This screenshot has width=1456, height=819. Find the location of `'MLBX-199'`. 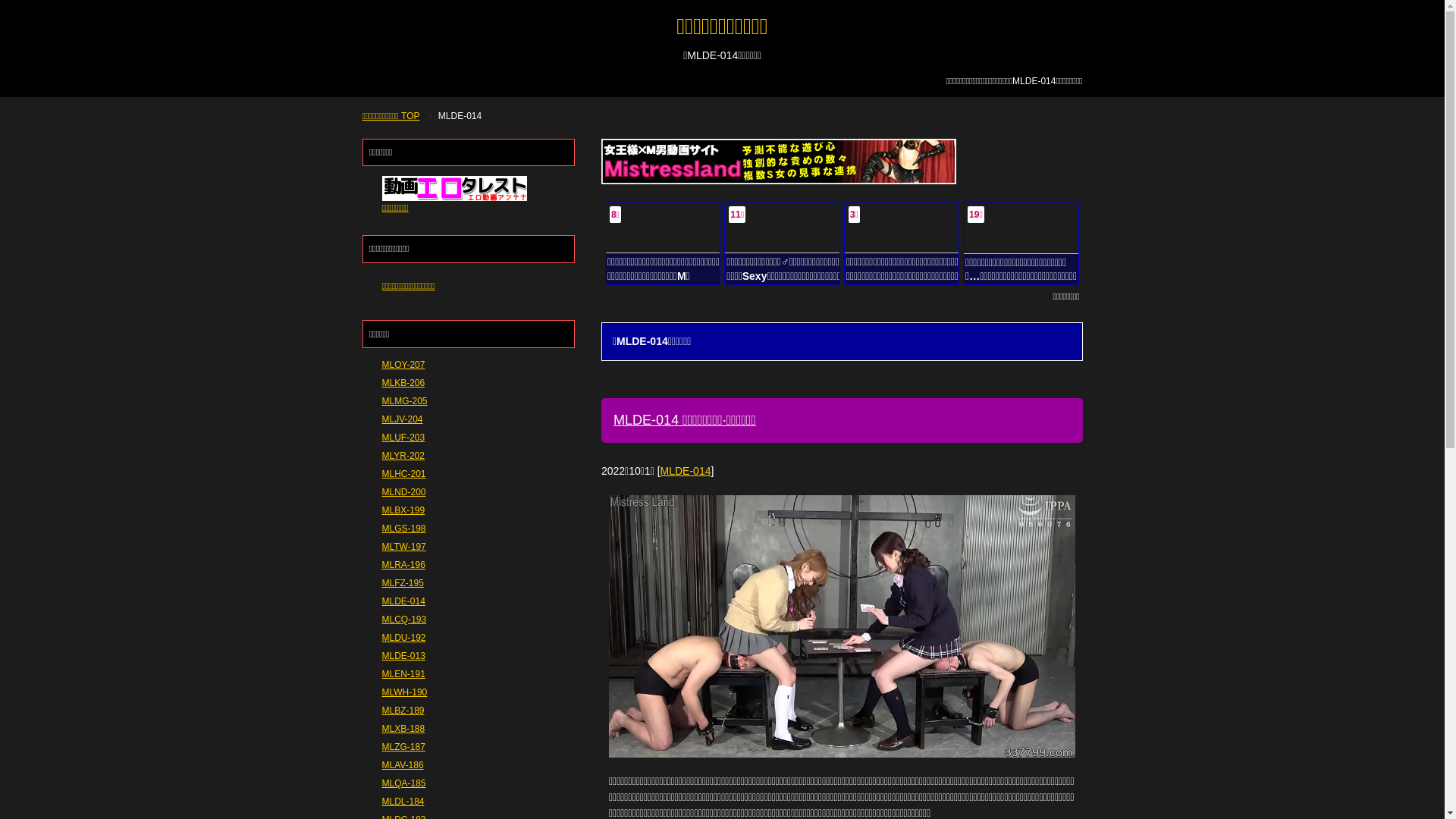

'MLBX-199' is located at coordinates (403, 510).